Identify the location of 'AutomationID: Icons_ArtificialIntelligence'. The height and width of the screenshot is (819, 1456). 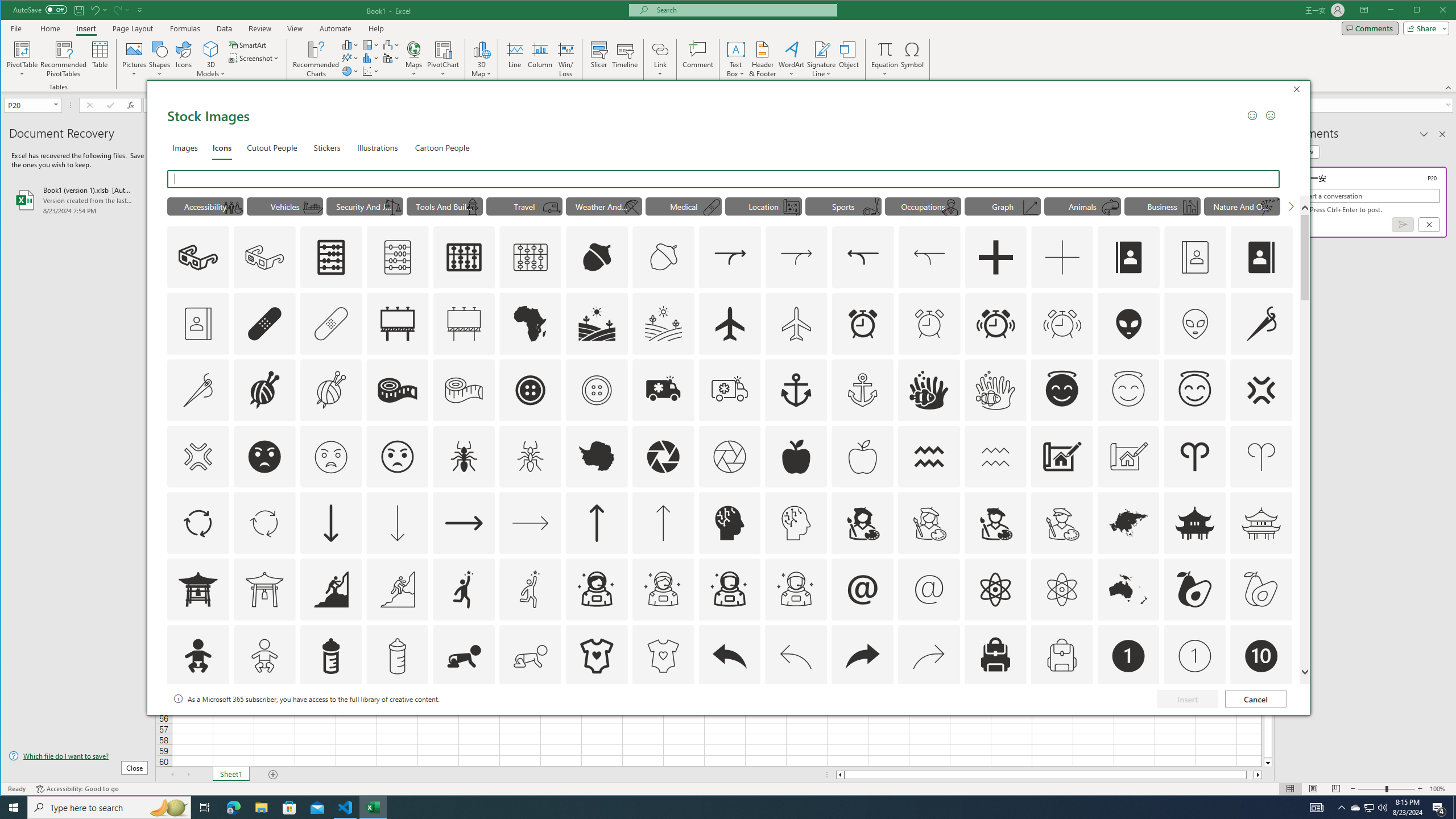
(729, 523).